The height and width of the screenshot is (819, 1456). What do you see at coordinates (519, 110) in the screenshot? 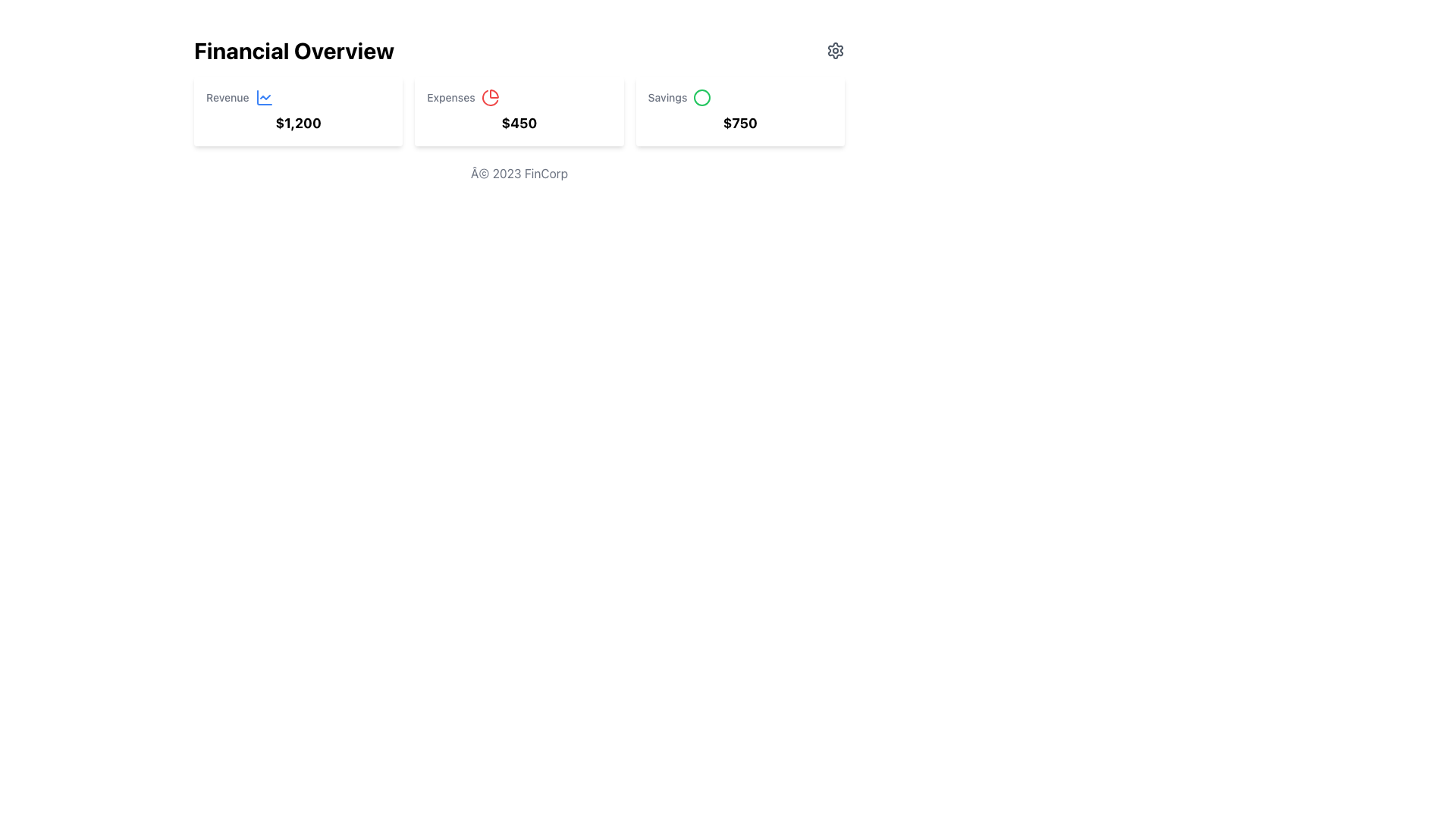
I see `the Information Card that summarizes expenses, located centrally in a 3-column grid layout, positioned between the Revenue card and the Savings card` at bounding box center [519, 110].